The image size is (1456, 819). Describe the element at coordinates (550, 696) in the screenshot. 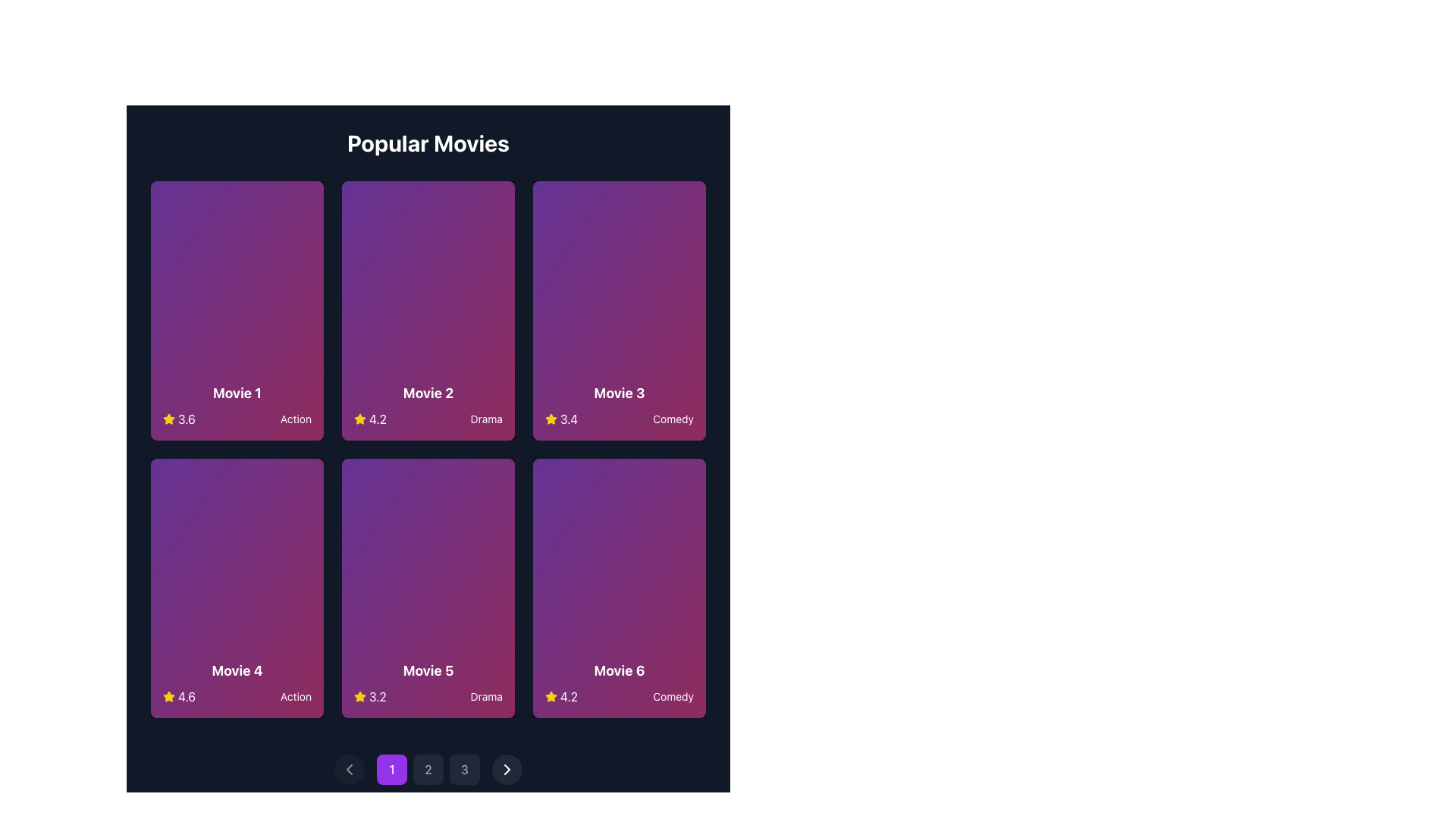

I see `the star rating icon located in the bottom-right corner of the 'Movie 6' card, adjacent to the rating number '4.2'` at that location.